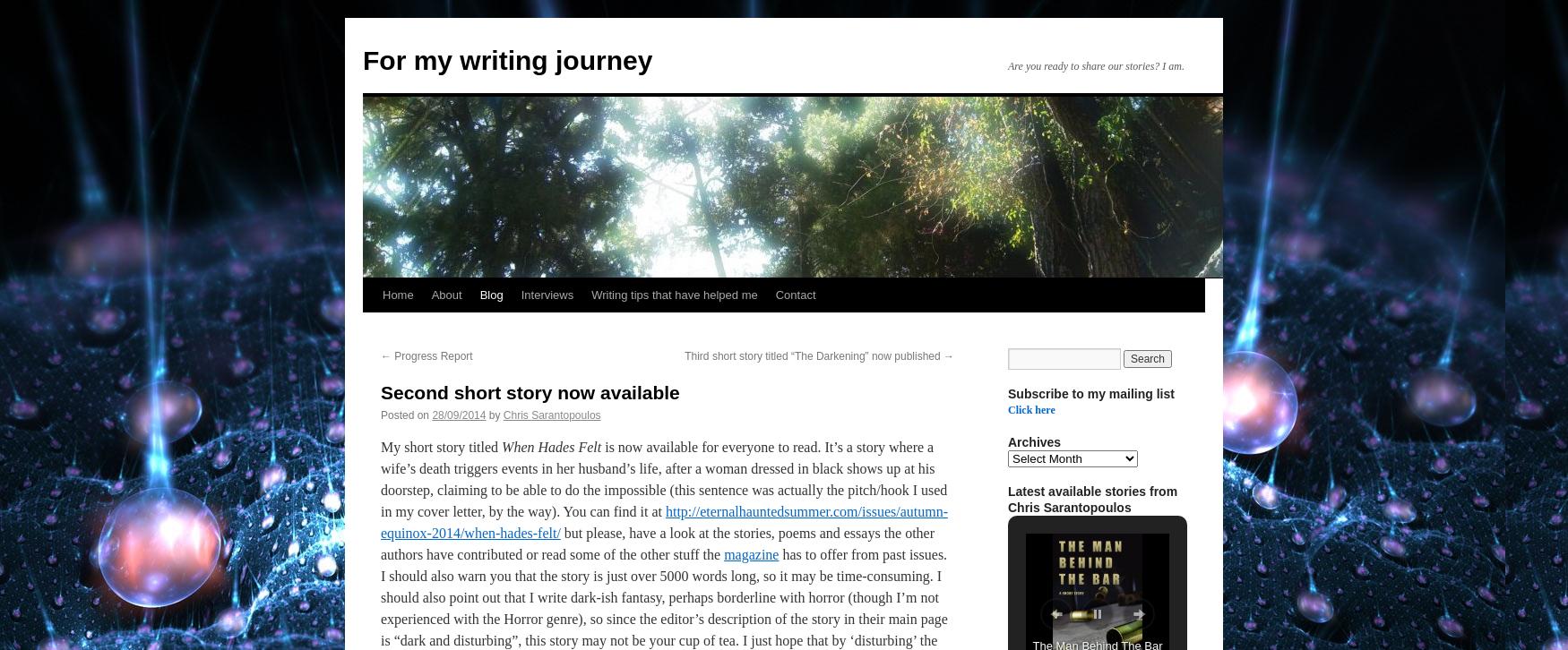  Describe the element at coordinates (493, 415) in the screenshot. I see `'by'` at that location.